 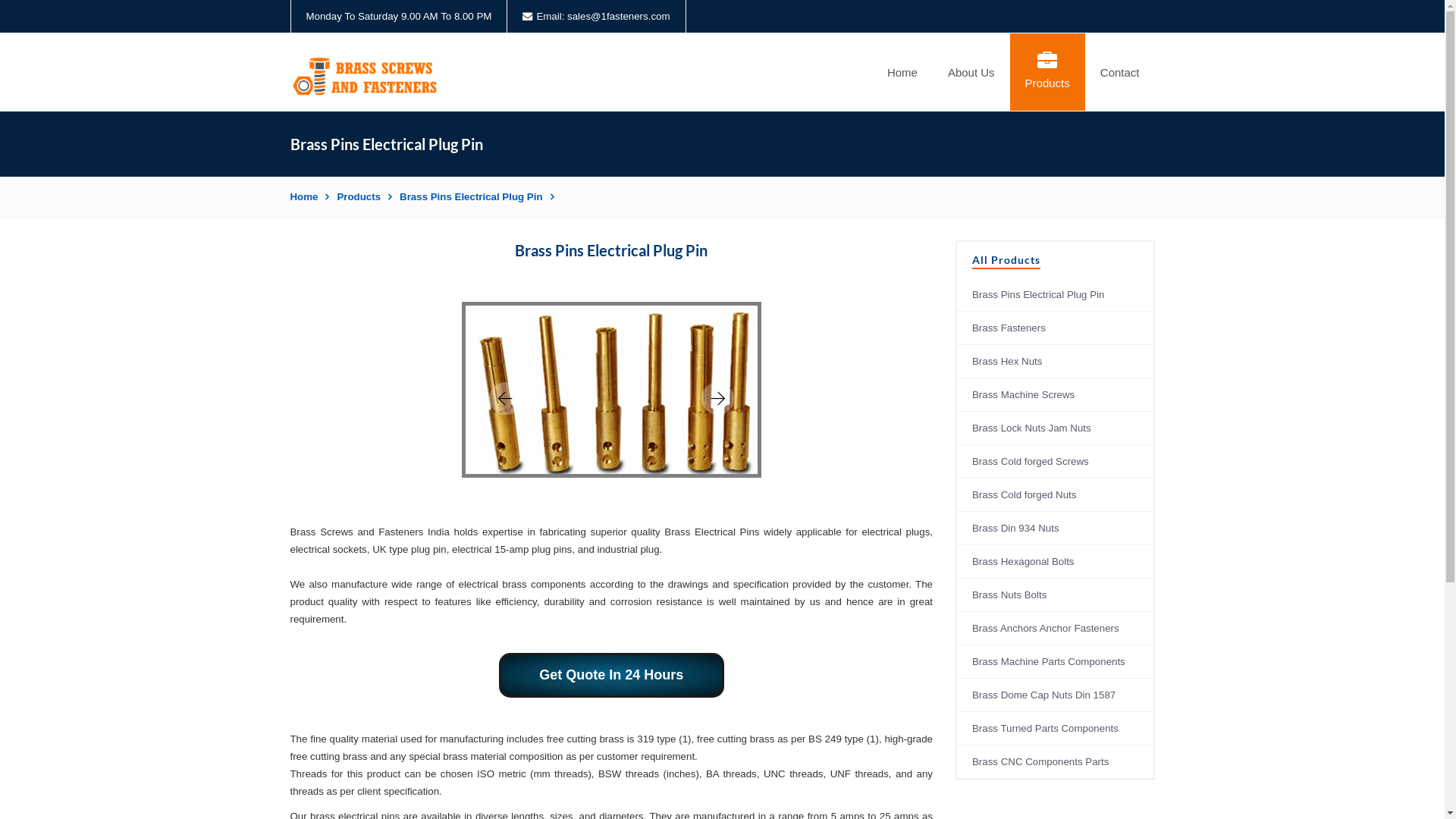 What do you see at coordinates (1054, 561) in the screenshot?
I see `'Brass Hexagonal Bolts'` at bounding box center [1054, 561].